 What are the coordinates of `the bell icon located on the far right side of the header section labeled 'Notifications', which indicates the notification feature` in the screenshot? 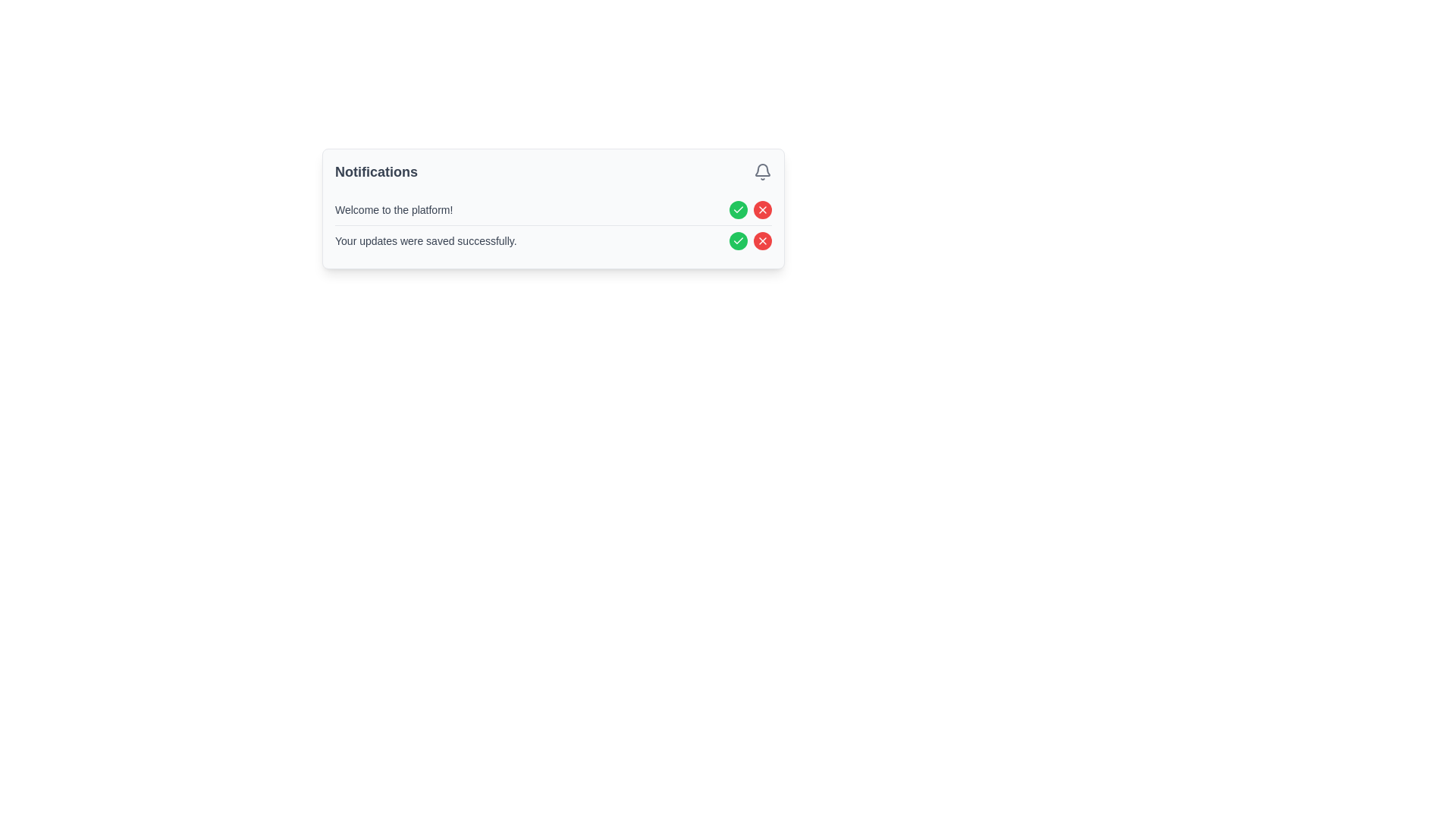 It's located at (763, 171).